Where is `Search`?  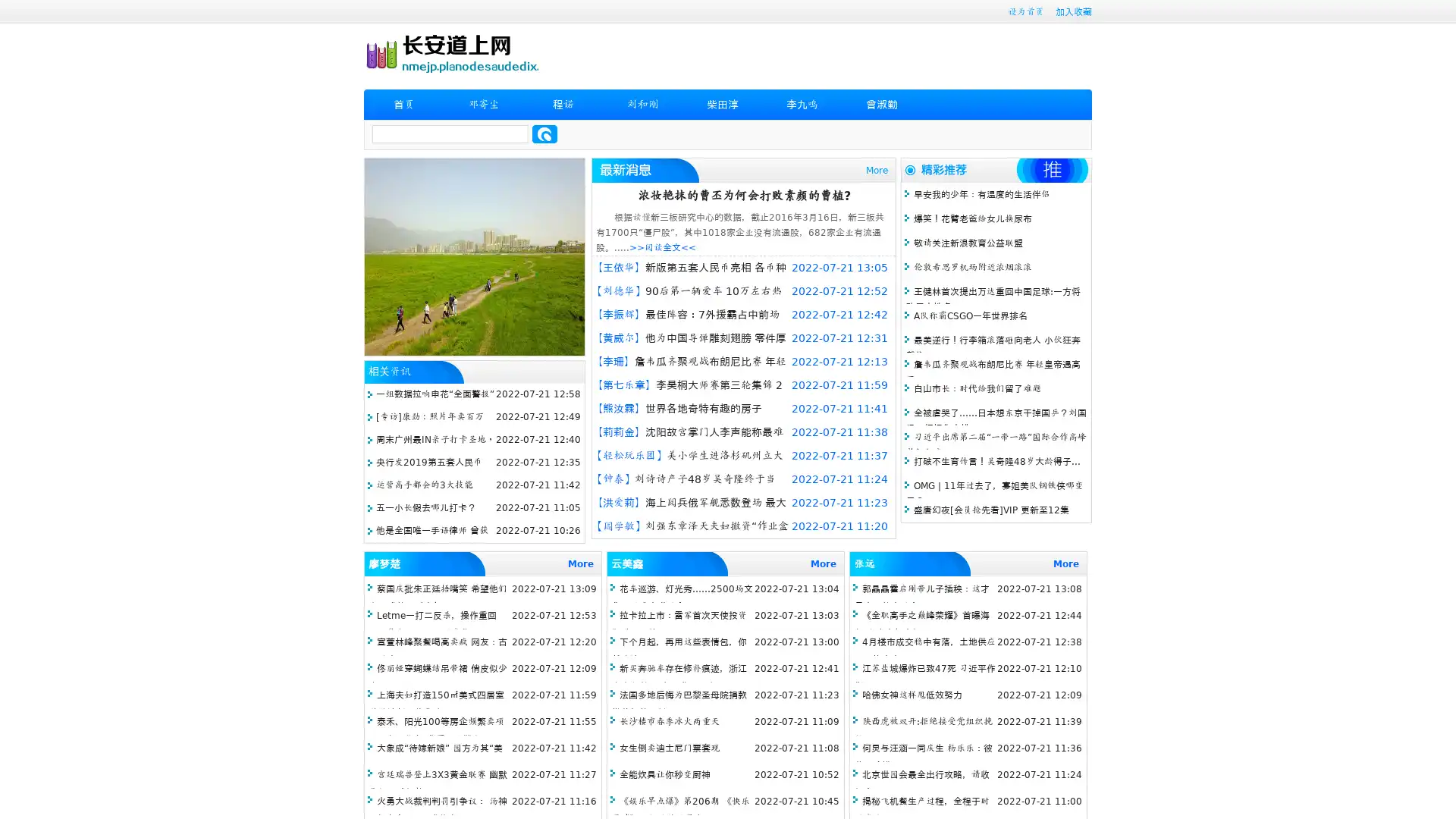
Search is located at coordinates (544, 133).